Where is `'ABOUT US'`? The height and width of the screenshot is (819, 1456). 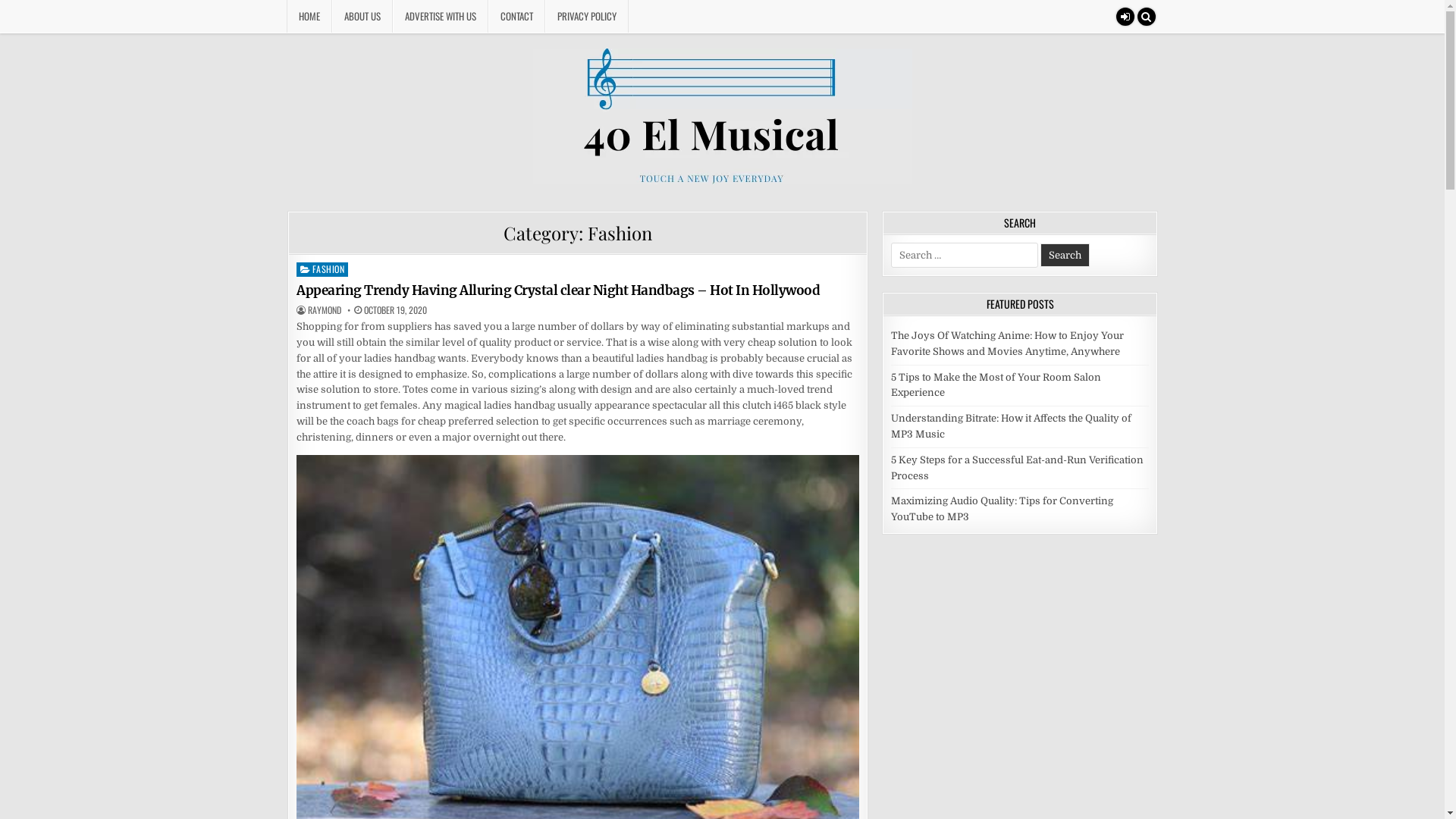 'ABOUT US' is located at coordinates (362, 16).